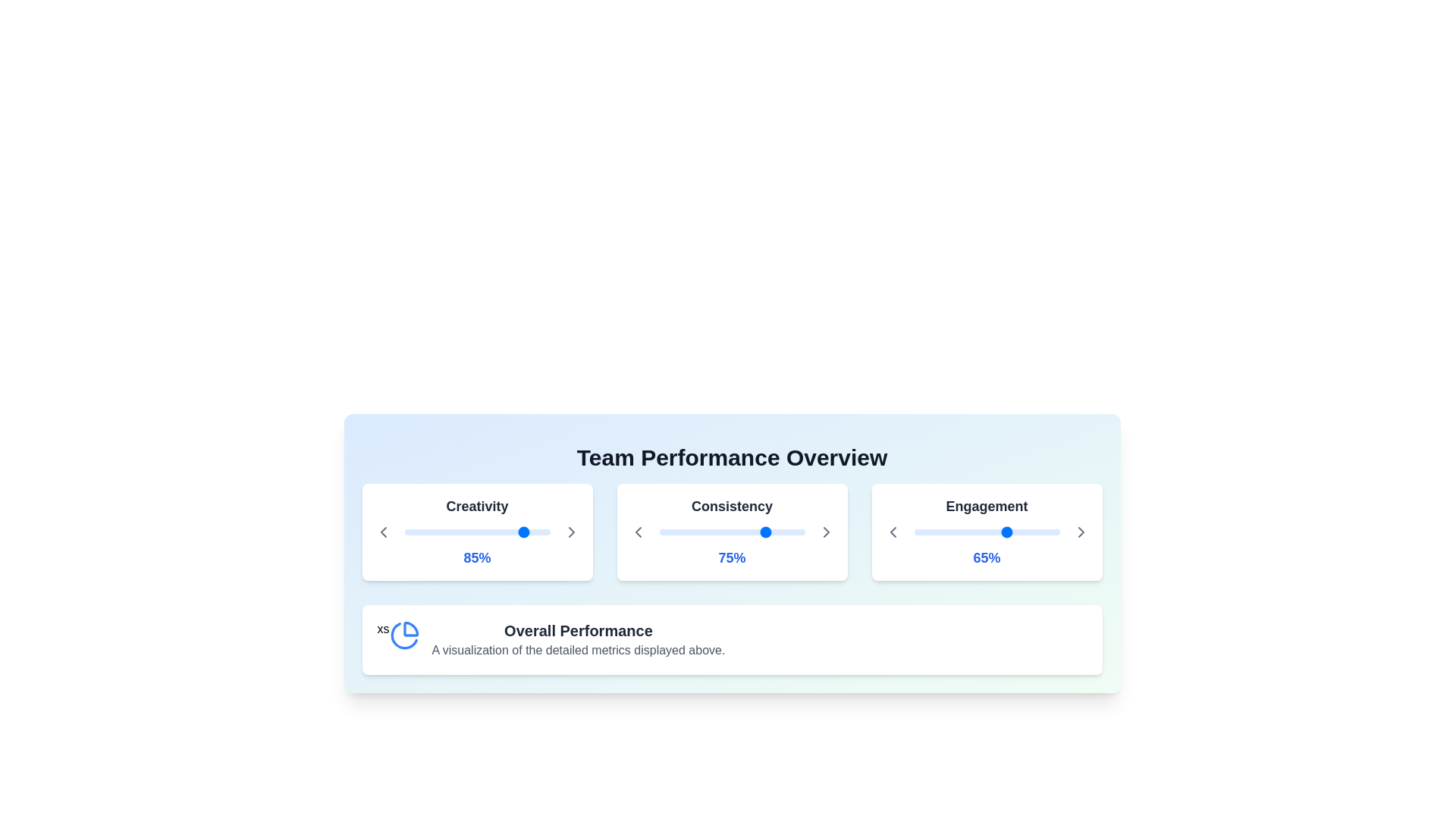 Image resolution: width=1456 pixels, height=819 pixels. Describe the element at coordinates (732, 457) in the screenshot. I see `the header element that introduces the performance metrics section, which includes metrics like 'Creativity,' 'Consistency,' and 'Engagement.'` at that location.